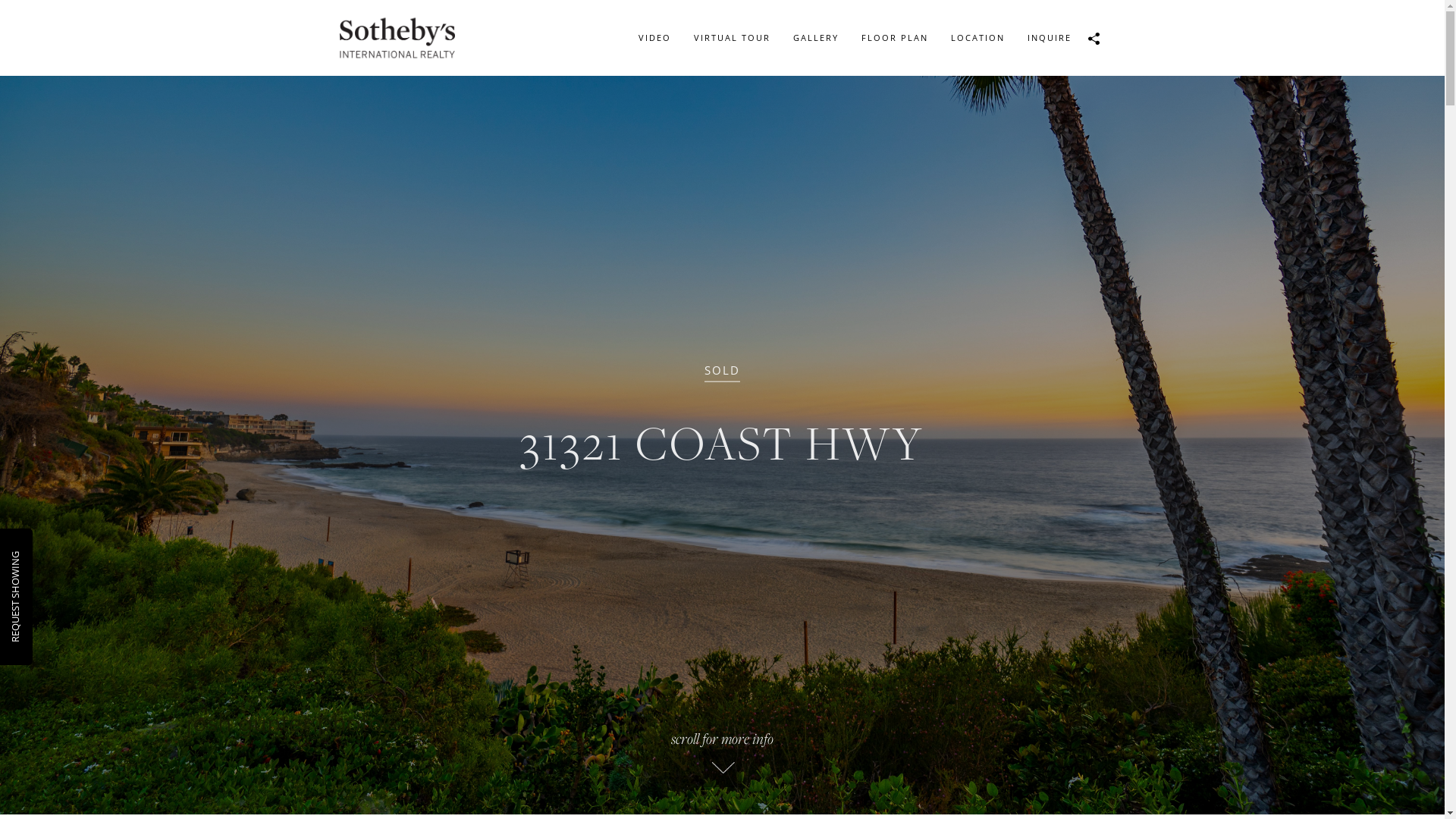 This screenshot has width=1456, height=819. Describe the element at coordinates (977, 37) in the screenshot. I see `'LOCATION'` at that location.